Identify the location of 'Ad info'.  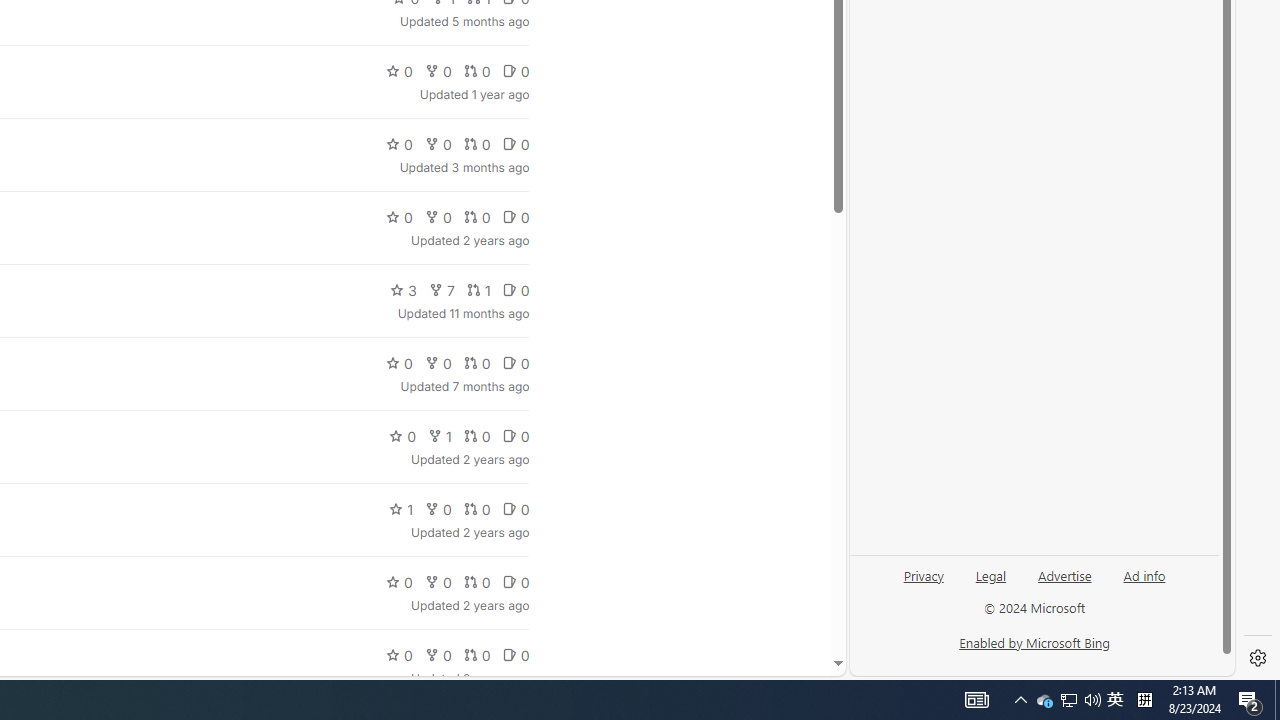
(1144, 574).